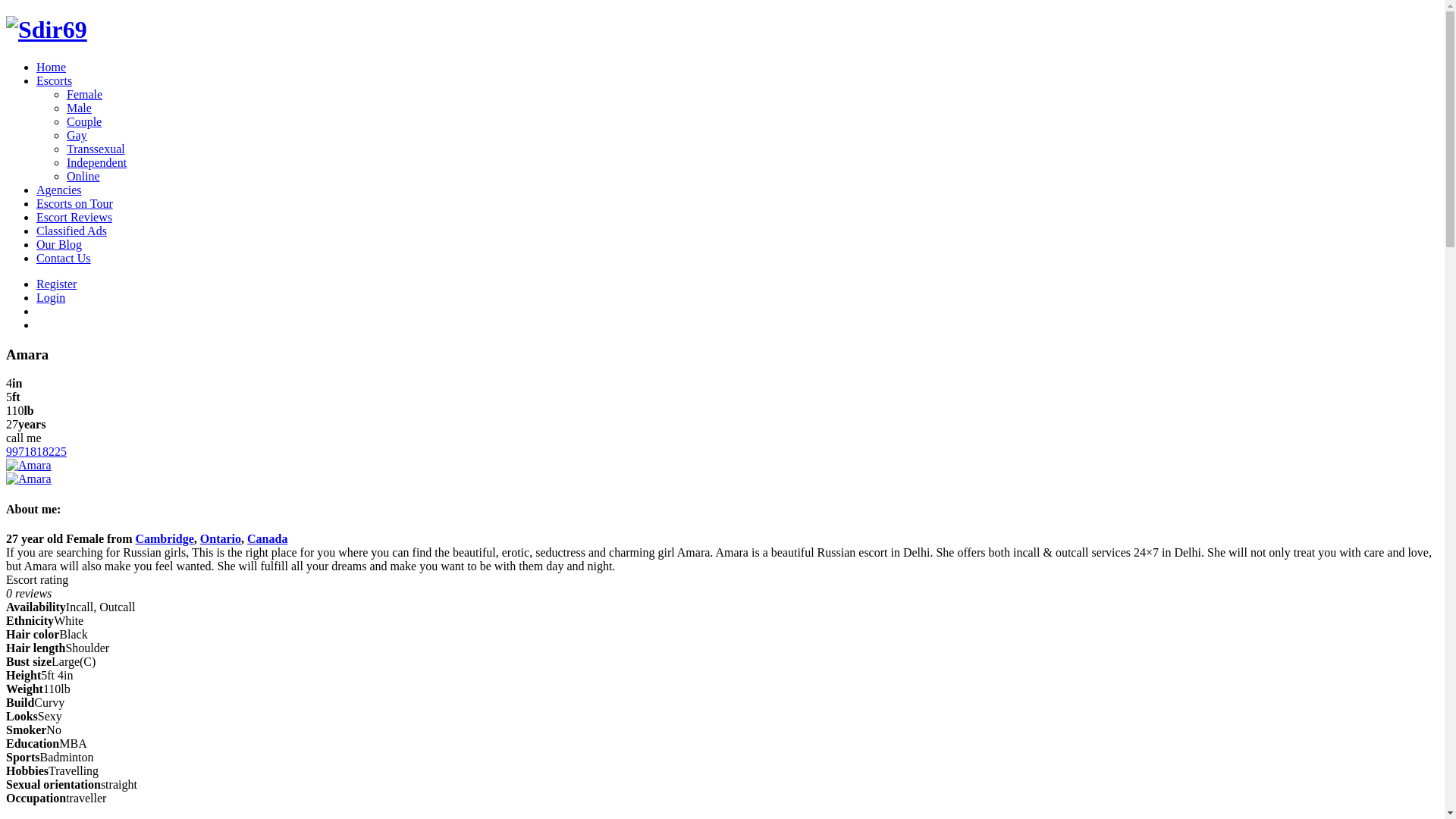  I want to click on 'Ontario', so click(220, 538).